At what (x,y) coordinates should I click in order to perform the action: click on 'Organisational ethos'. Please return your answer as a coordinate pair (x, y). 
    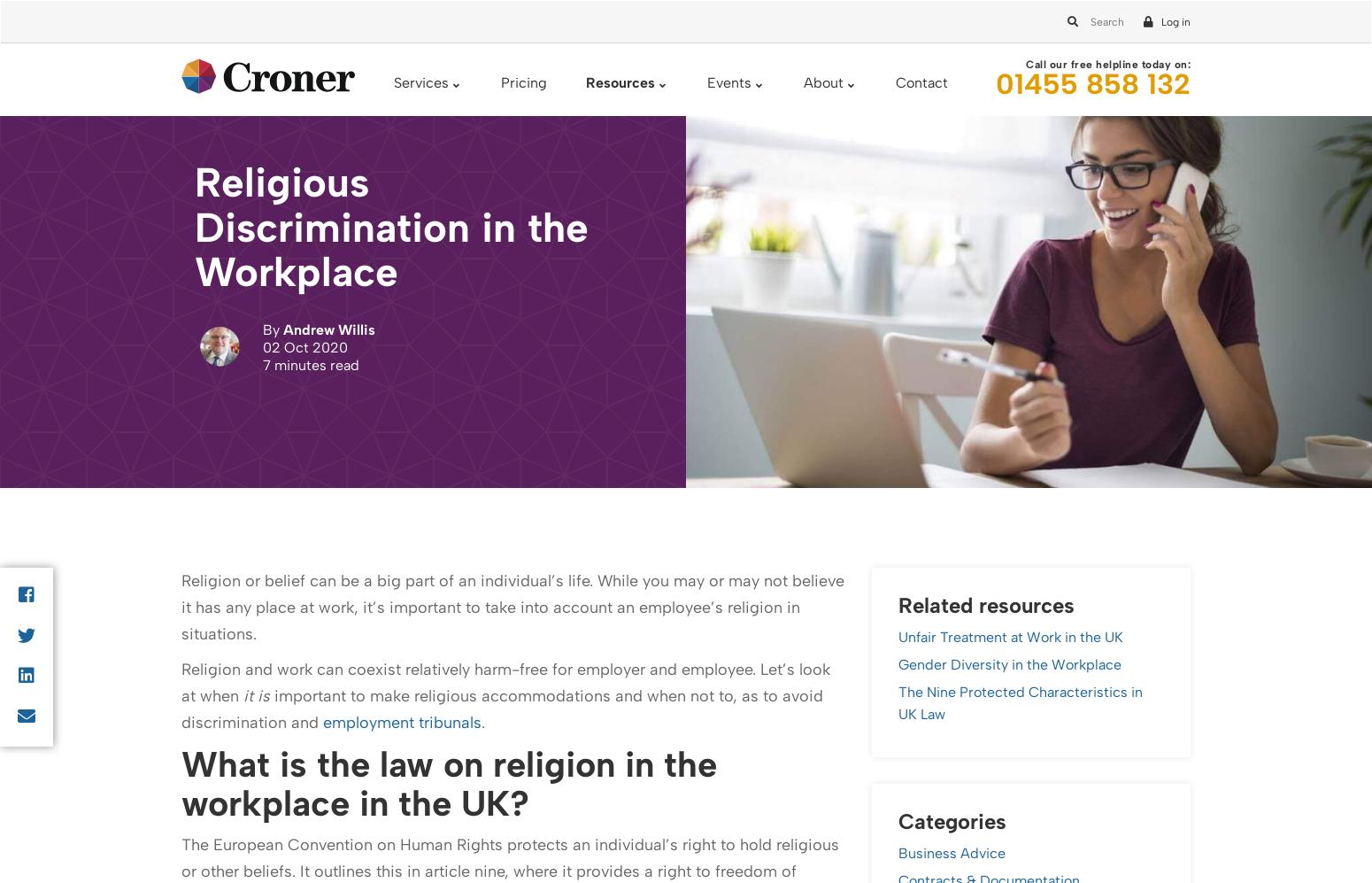
    Looking at the image, I should click on (293, 210).